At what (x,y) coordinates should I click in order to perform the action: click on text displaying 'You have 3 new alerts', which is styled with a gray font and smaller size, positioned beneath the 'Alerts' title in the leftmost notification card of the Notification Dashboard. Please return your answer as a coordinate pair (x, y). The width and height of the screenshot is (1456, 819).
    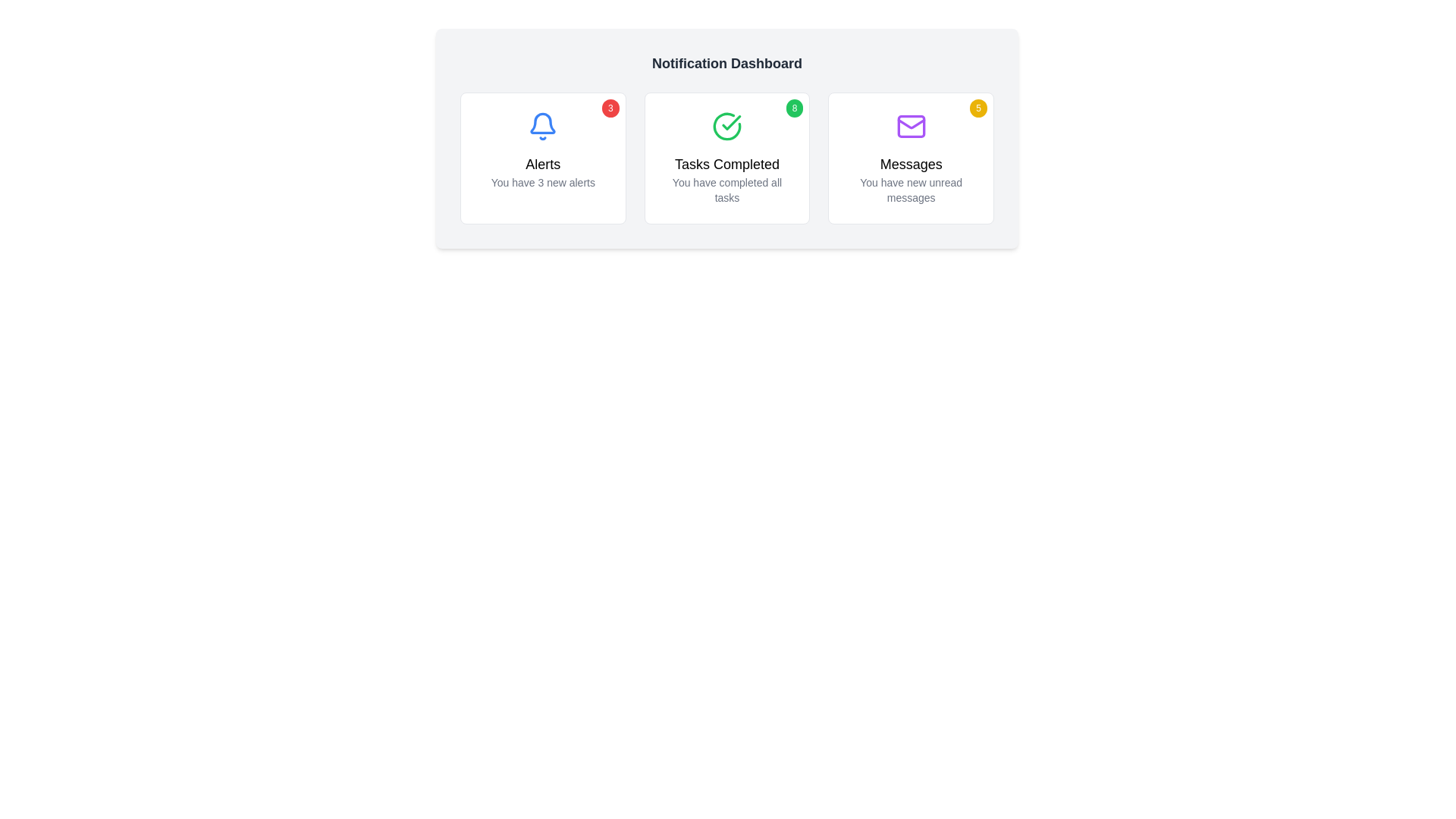
    Looking at the image, I should click on (543, 181).